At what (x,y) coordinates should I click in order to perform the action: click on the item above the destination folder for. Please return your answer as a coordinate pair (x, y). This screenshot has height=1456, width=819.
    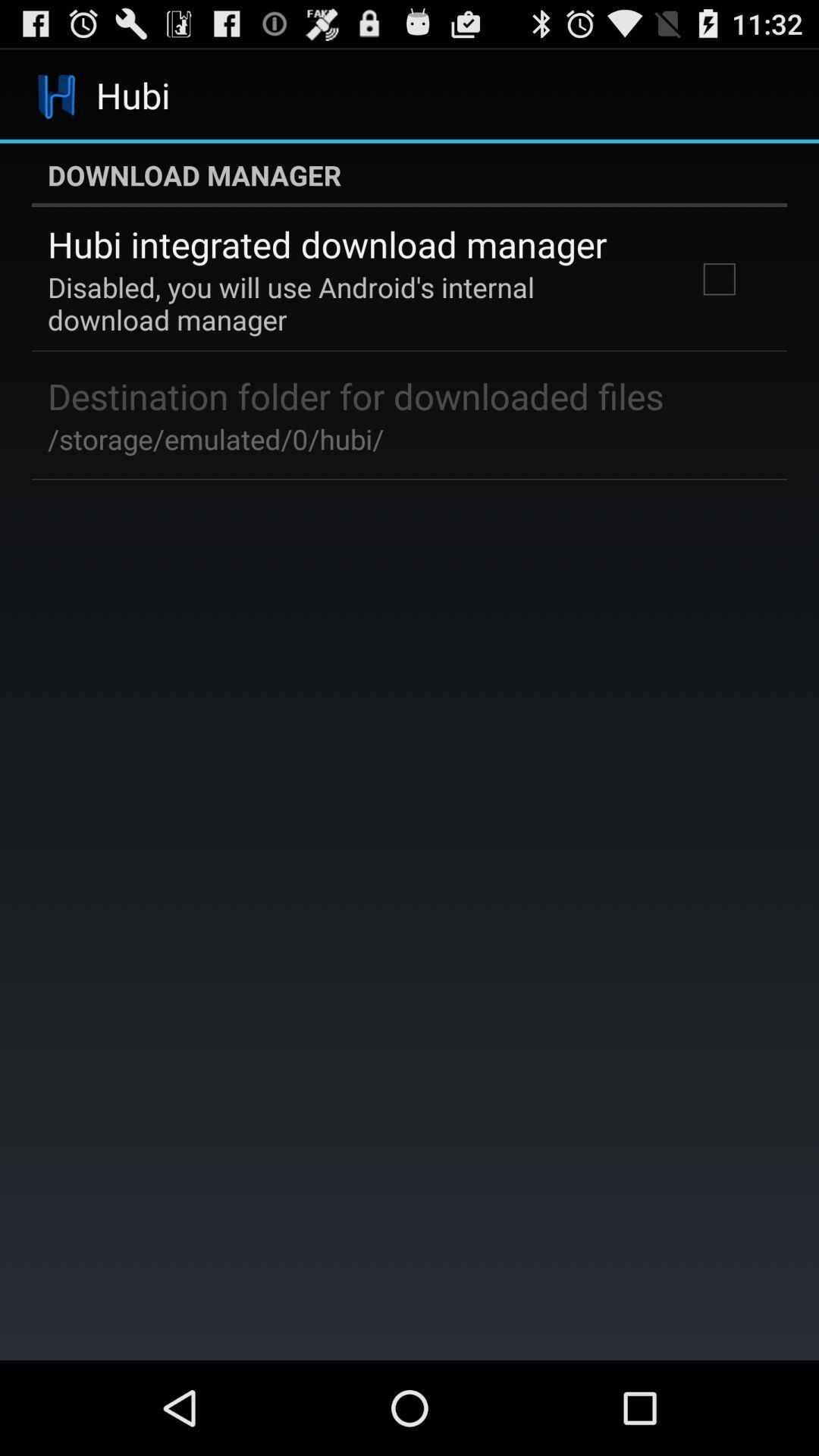
    Looking at the image, I should click on (351, 303).